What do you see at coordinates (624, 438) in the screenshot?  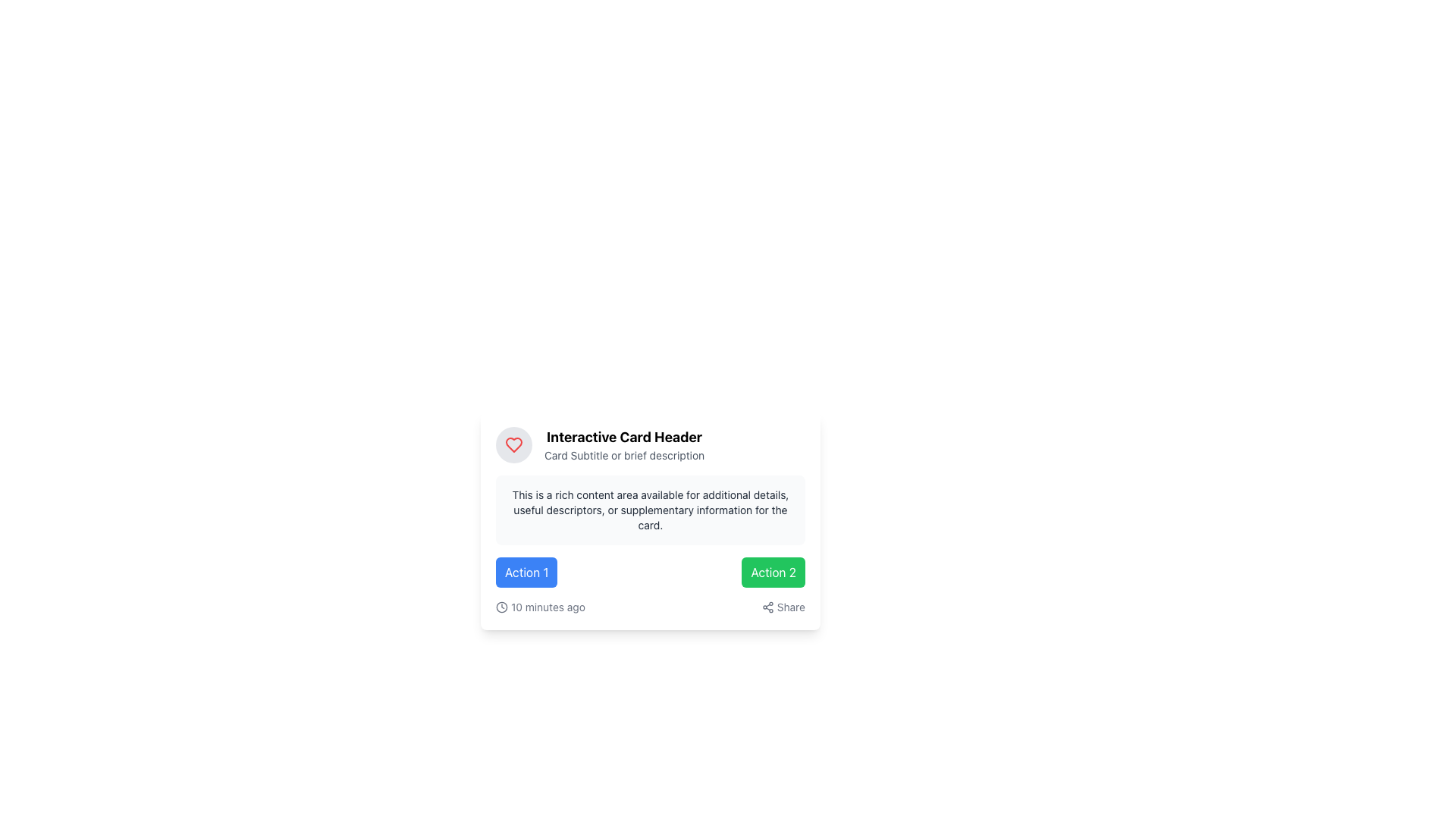 I see `text content of the bold and large-sized text label labeled 'Interactive Card Header' located in the header section of the card layout` at bounding box center [624, 438].